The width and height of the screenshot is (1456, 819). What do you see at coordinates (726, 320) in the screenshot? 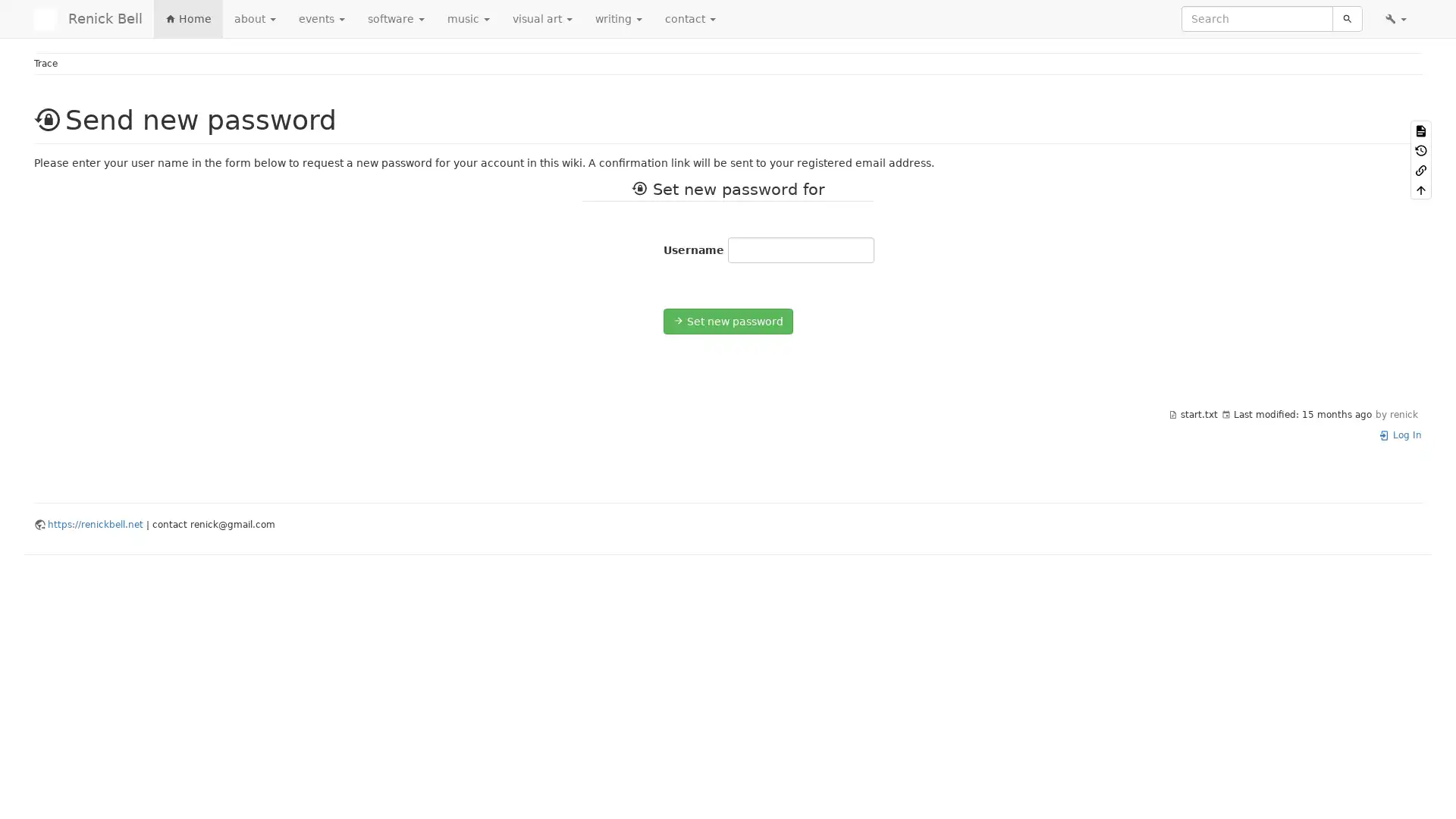
I see `Set new password` at bounding box center [726, 320].